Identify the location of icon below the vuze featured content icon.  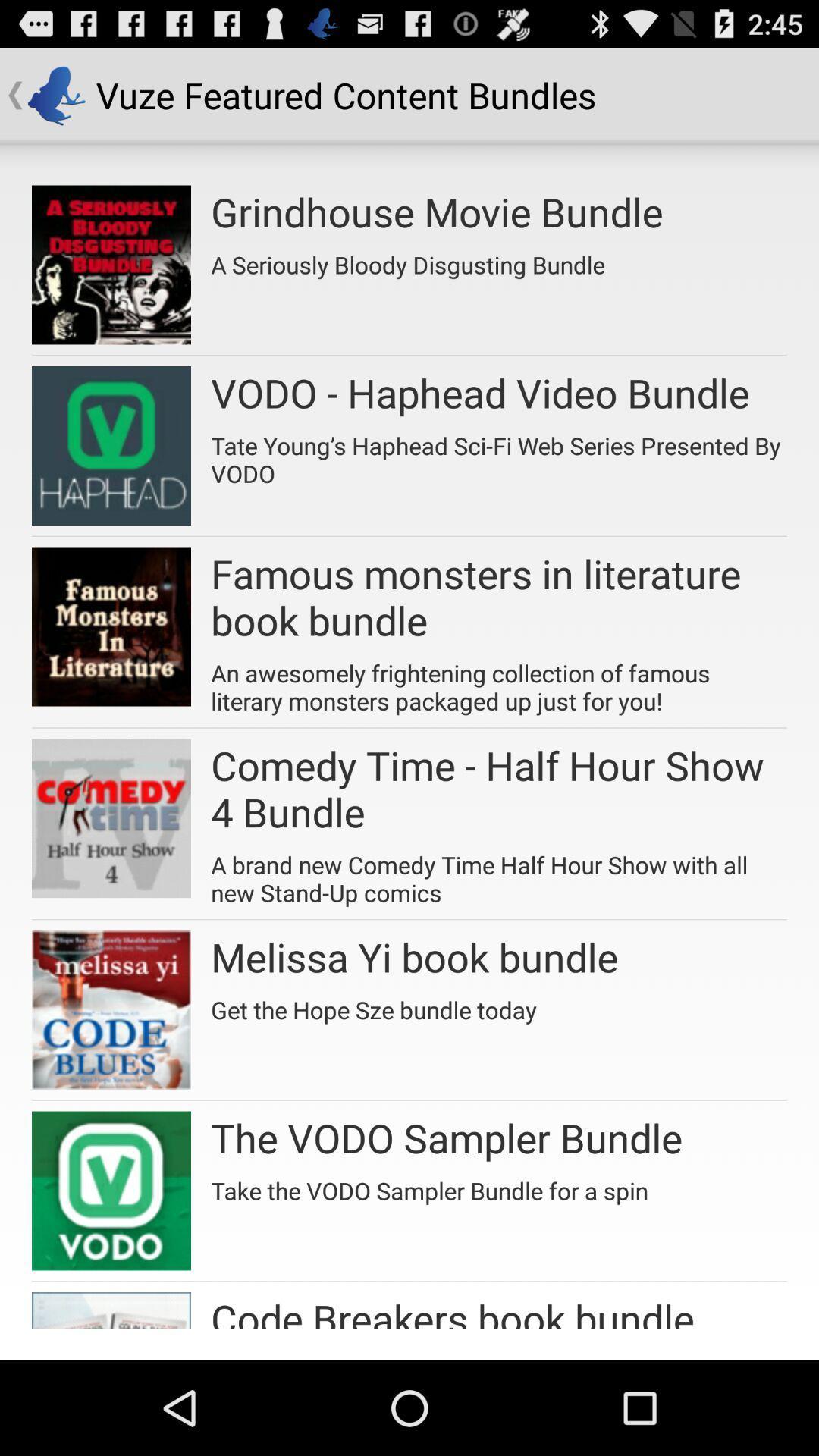
(437, 211).